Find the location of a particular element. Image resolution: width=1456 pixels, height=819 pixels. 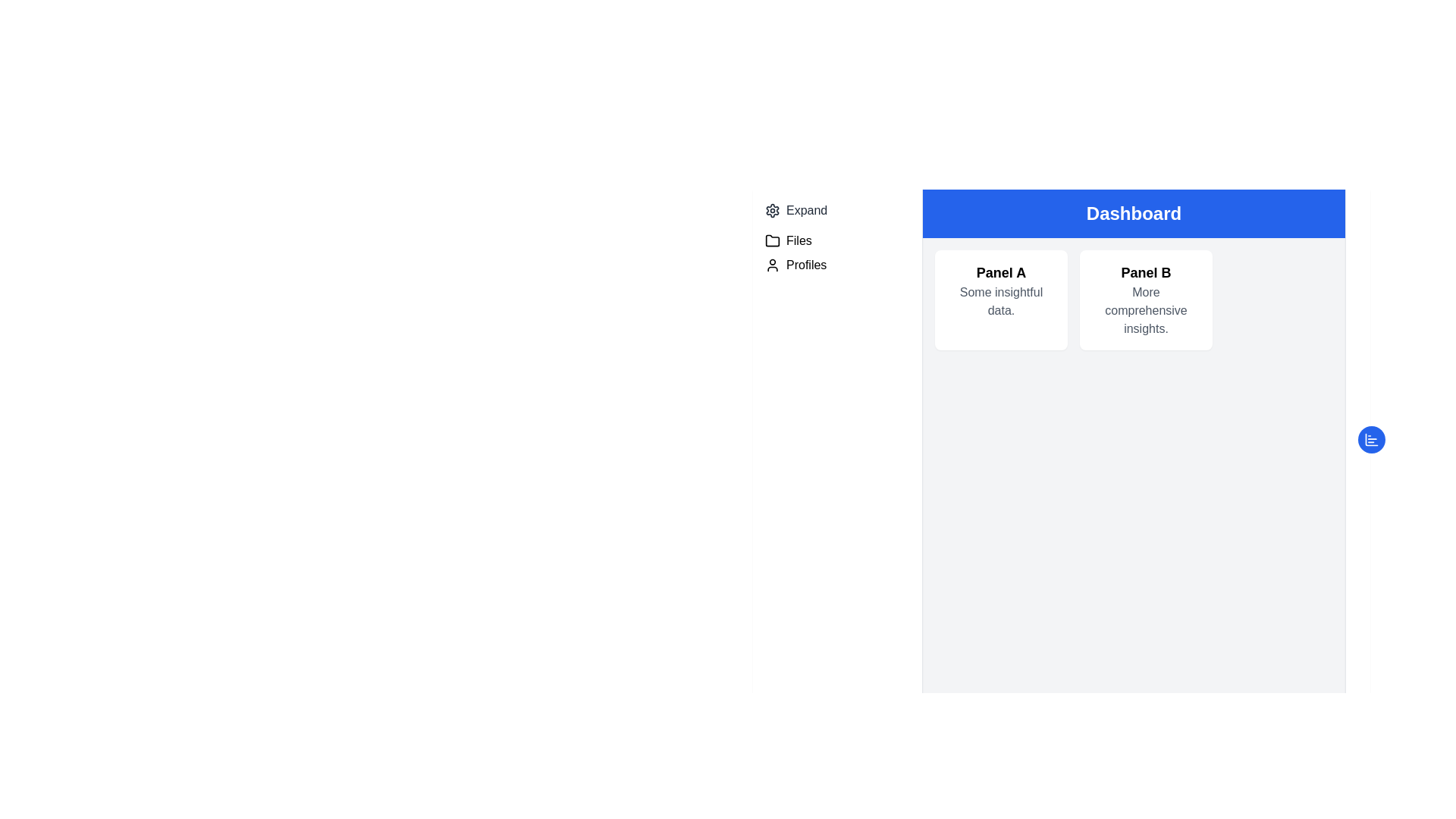

the static text label reading 'More comprehensive insights.' which is styled in gray and located under the bold title 'Panel B' in a white panel with rounded corners is located at coordinates (1146, 309).